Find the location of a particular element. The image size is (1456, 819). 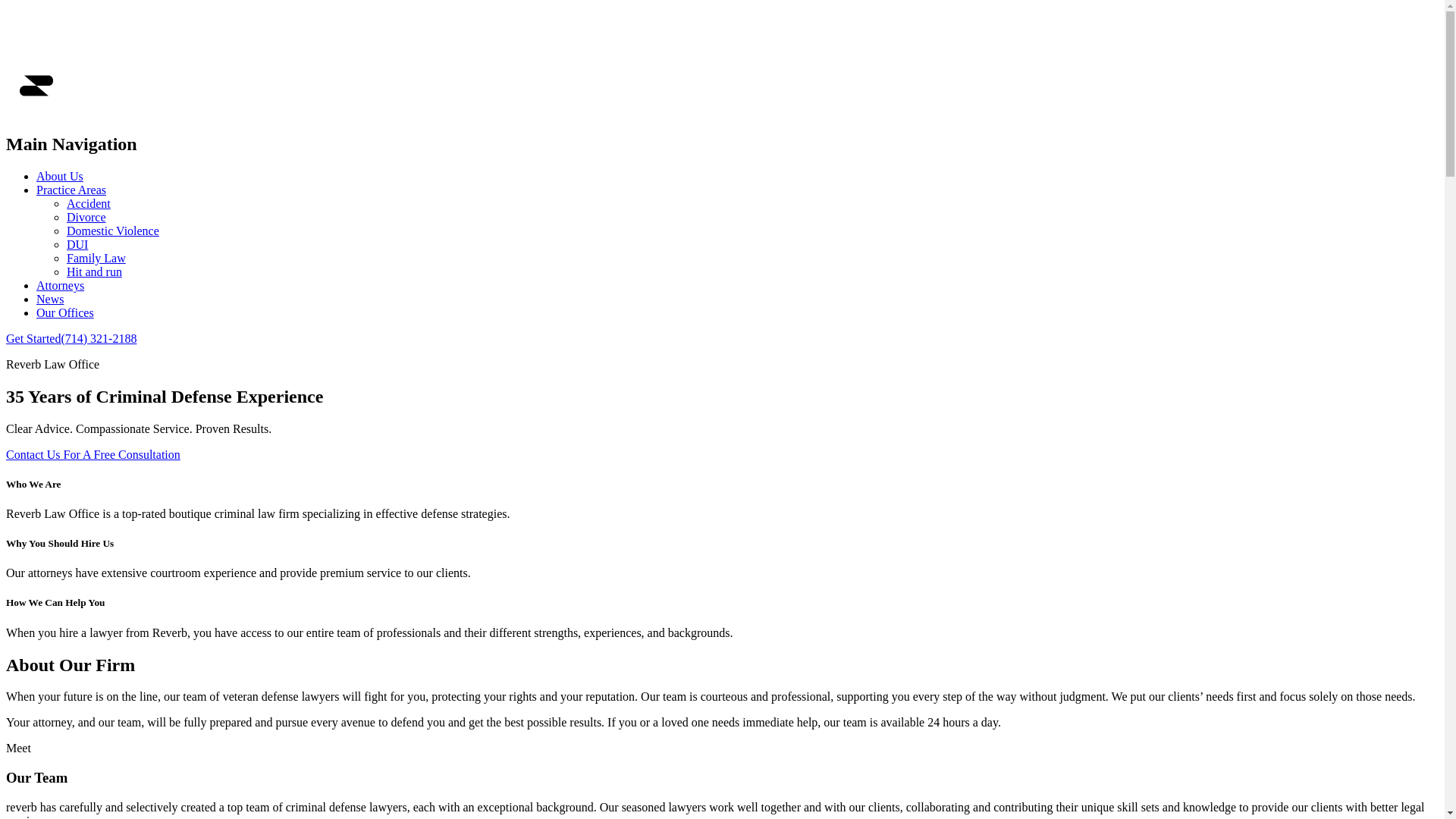

'Divorce' is located at coordinates (86, 217).